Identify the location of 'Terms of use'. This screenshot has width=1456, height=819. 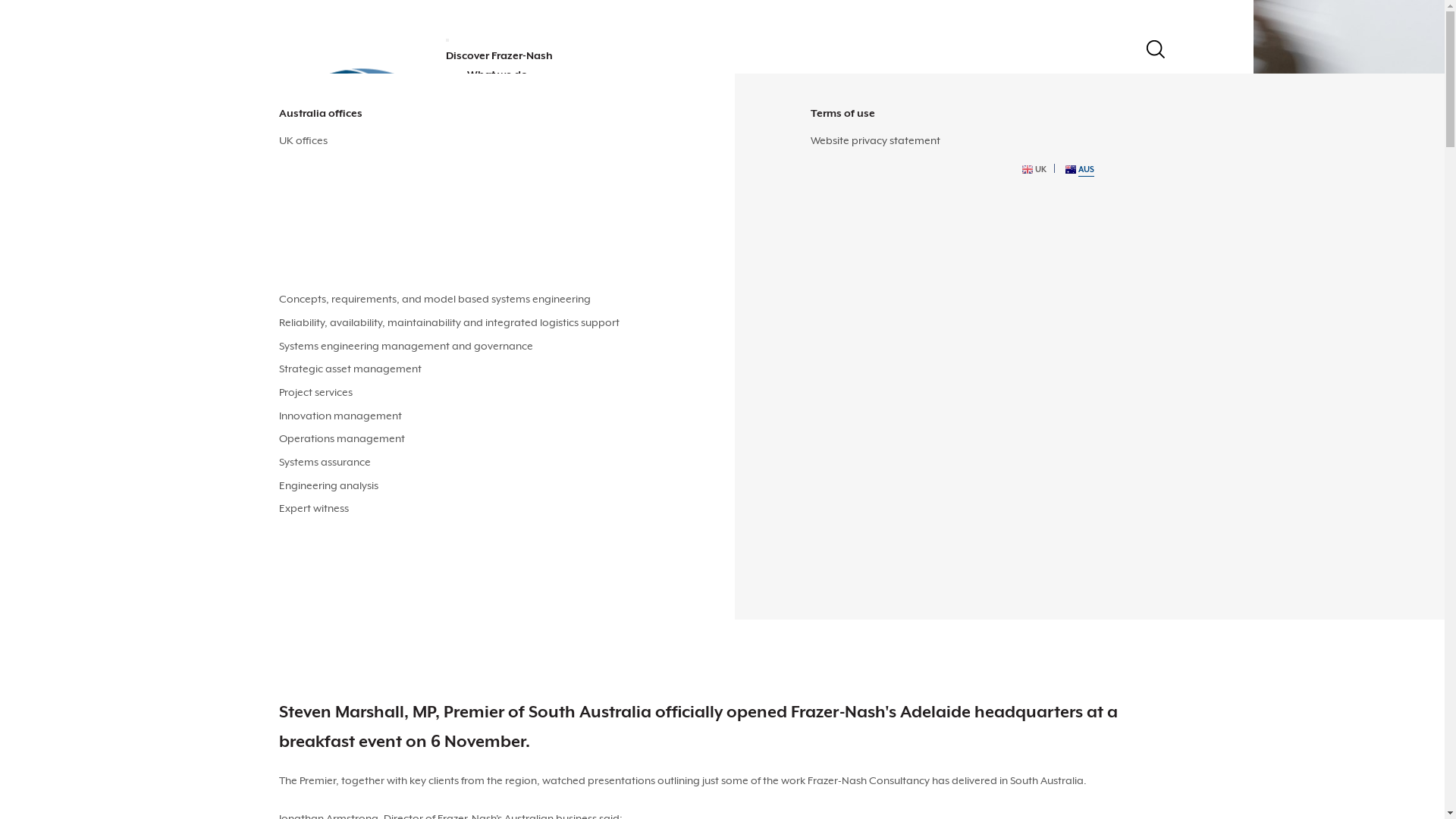
(810, 112).